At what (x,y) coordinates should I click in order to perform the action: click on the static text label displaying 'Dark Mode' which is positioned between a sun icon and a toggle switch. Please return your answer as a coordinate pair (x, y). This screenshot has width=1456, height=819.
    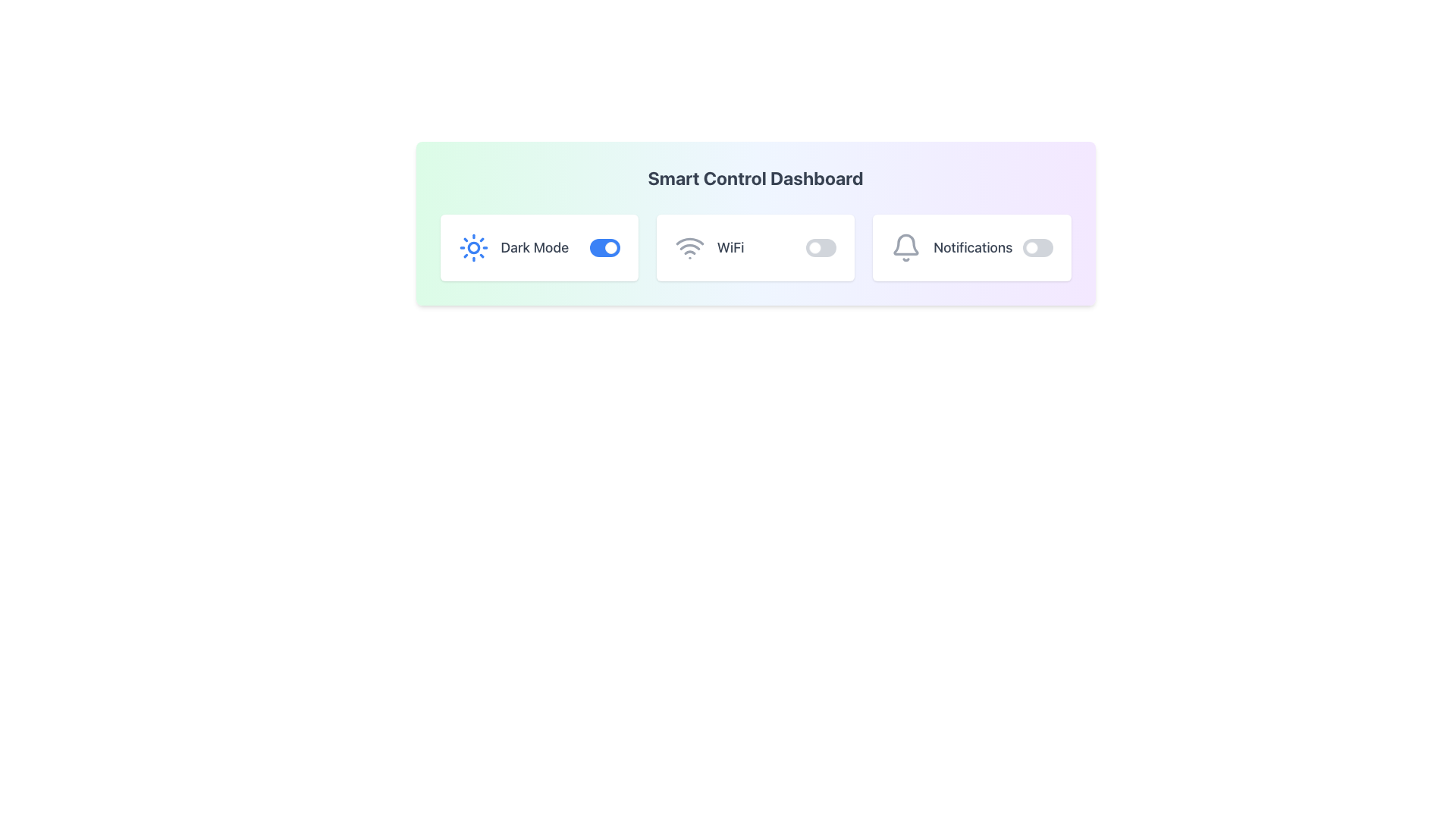
    Looking at the image, I should click on (535, 247).